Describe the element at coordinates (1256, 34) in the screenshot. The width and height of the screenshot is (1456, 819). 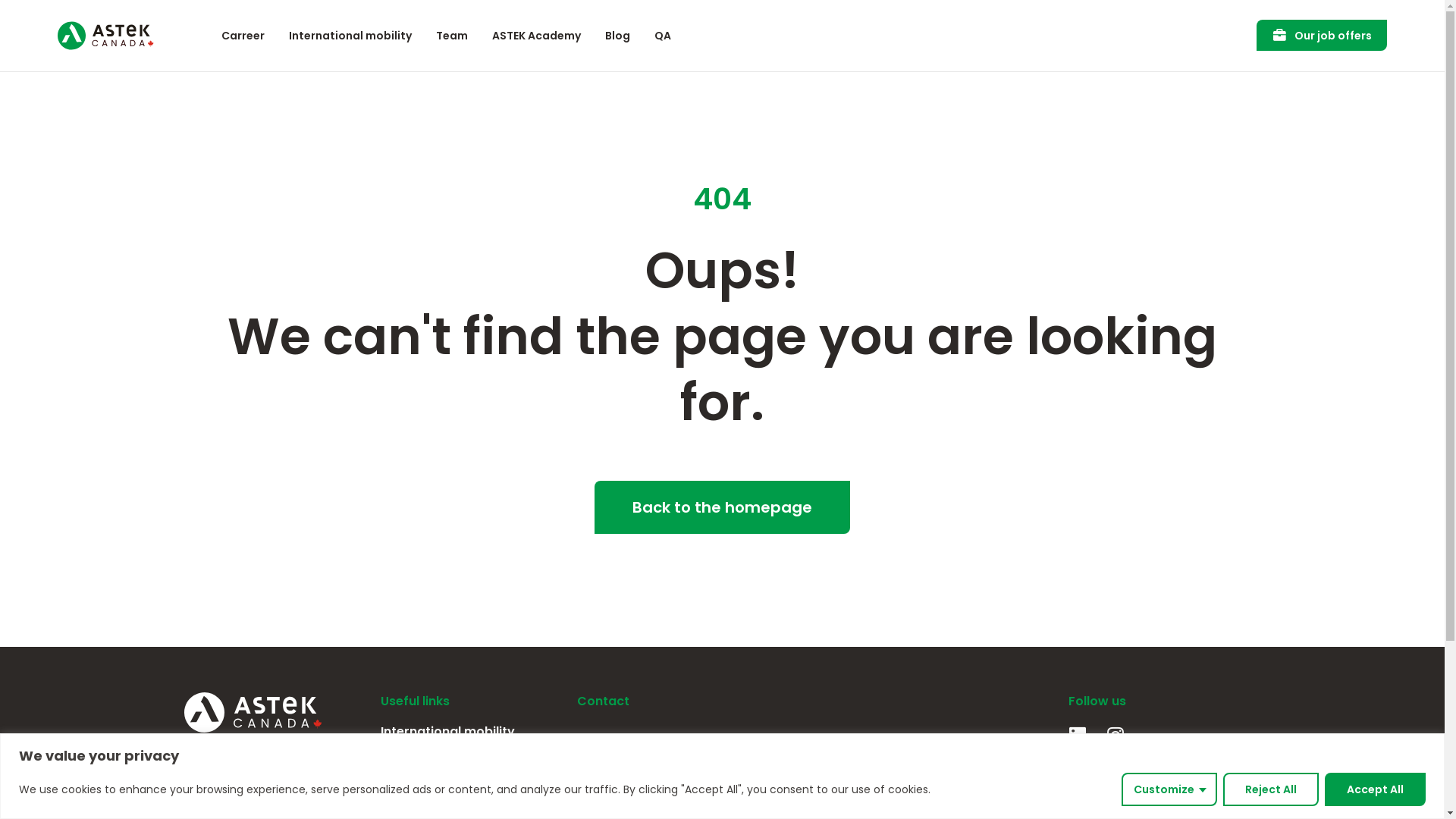
I see `'Our job offers'` at that location.